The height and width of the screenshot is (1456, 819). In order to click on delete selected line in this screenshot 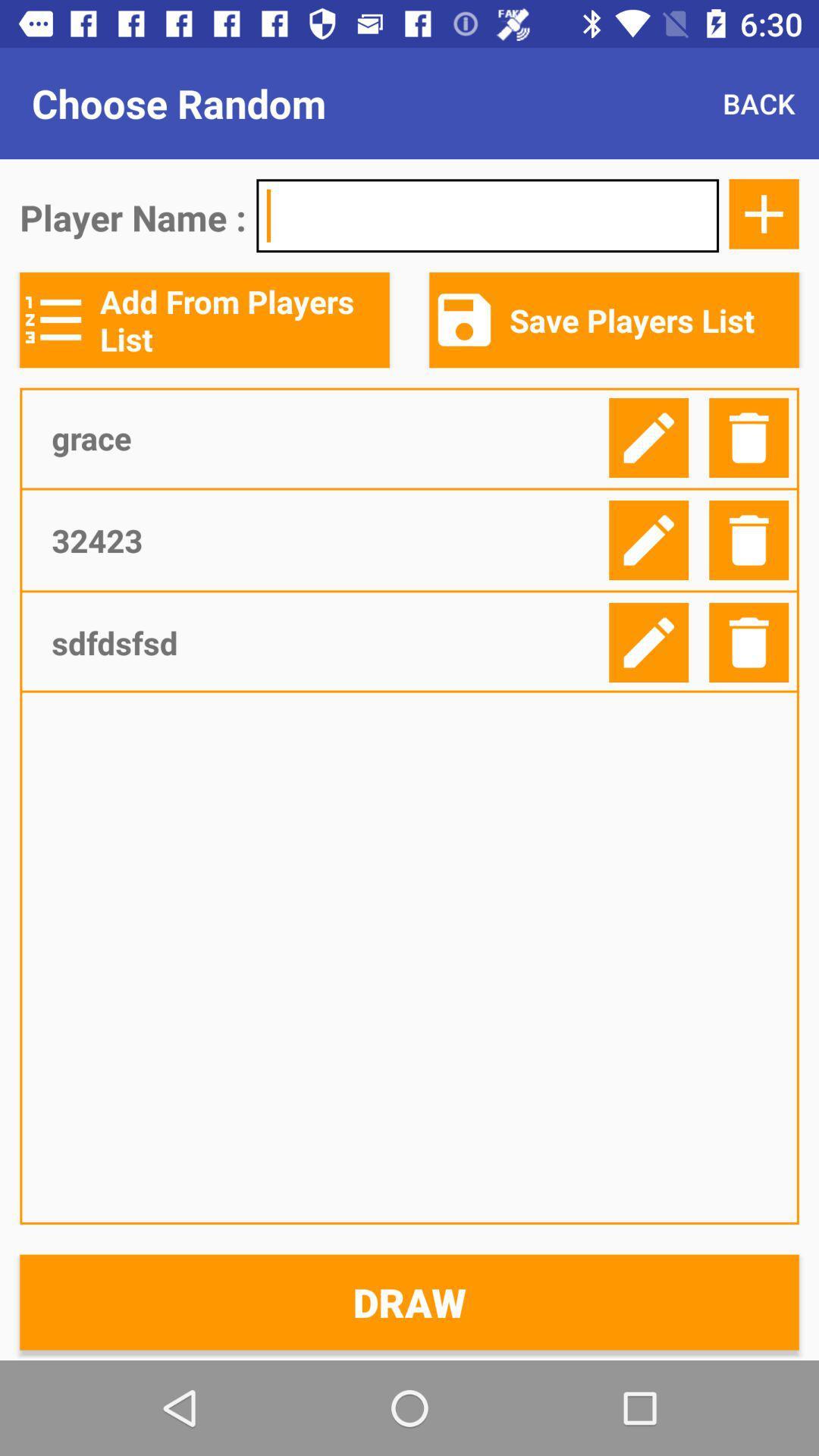, I will do `click(748, 540)`.